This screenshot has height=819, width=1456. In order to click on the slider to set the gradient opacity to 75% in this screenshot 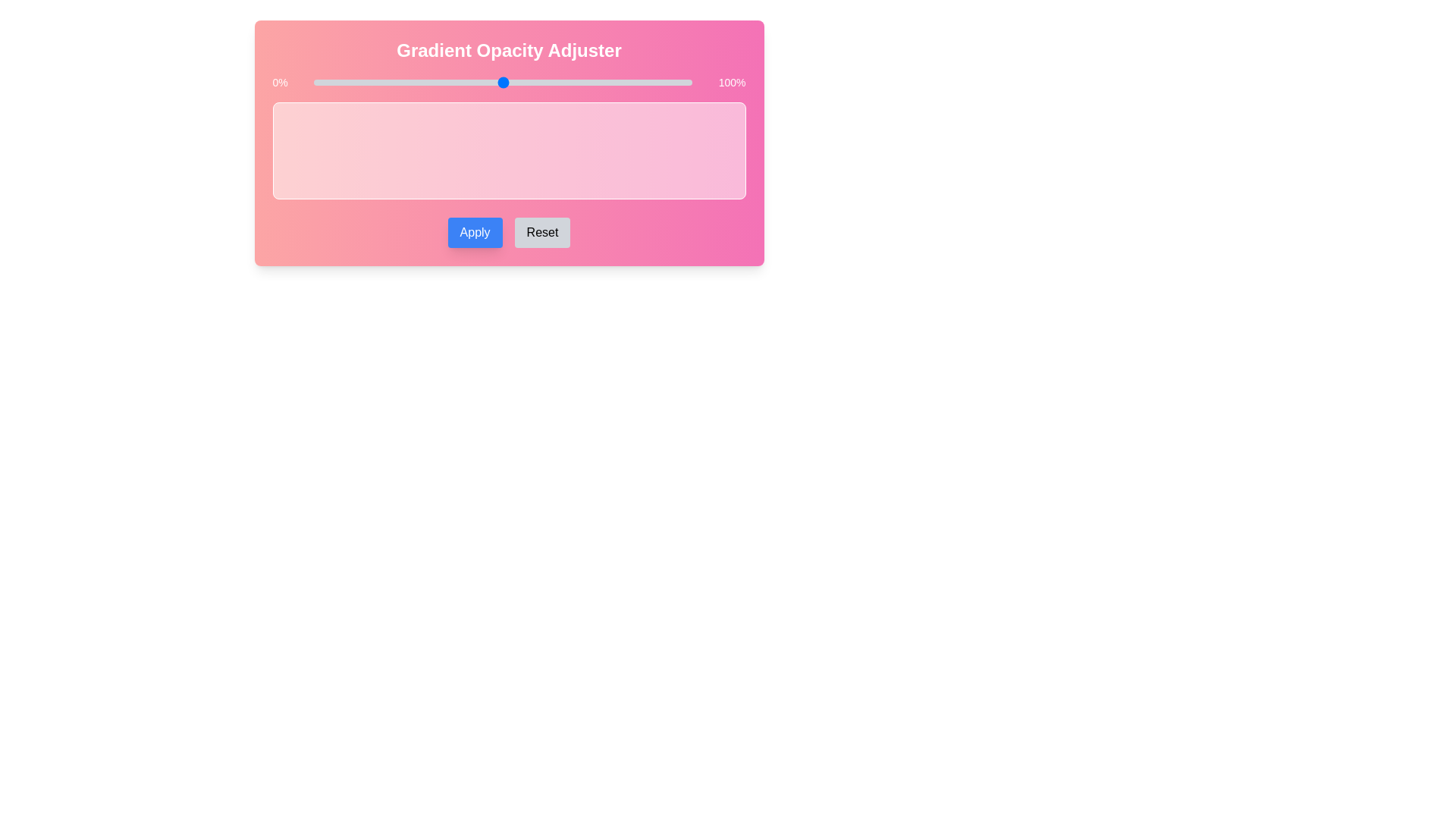, I will do `click(597, 82)`.